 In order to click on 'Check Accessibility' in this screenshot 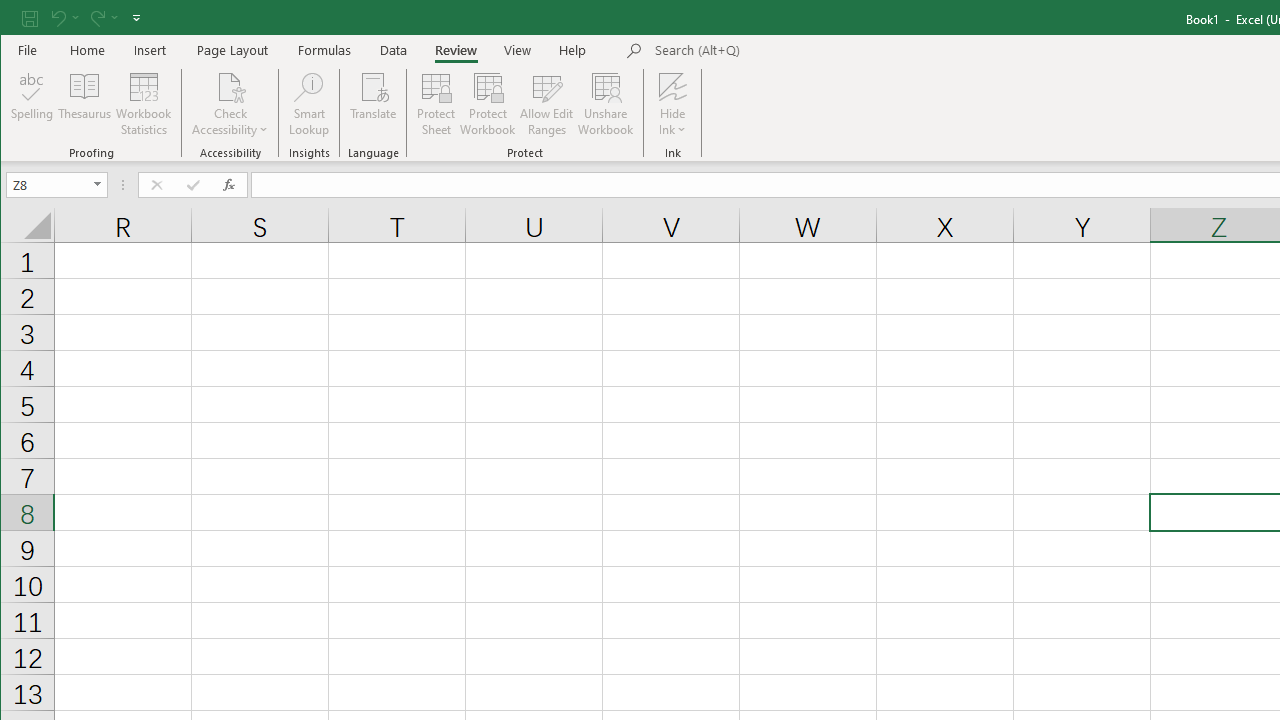, I will do `click(230, 85)`.